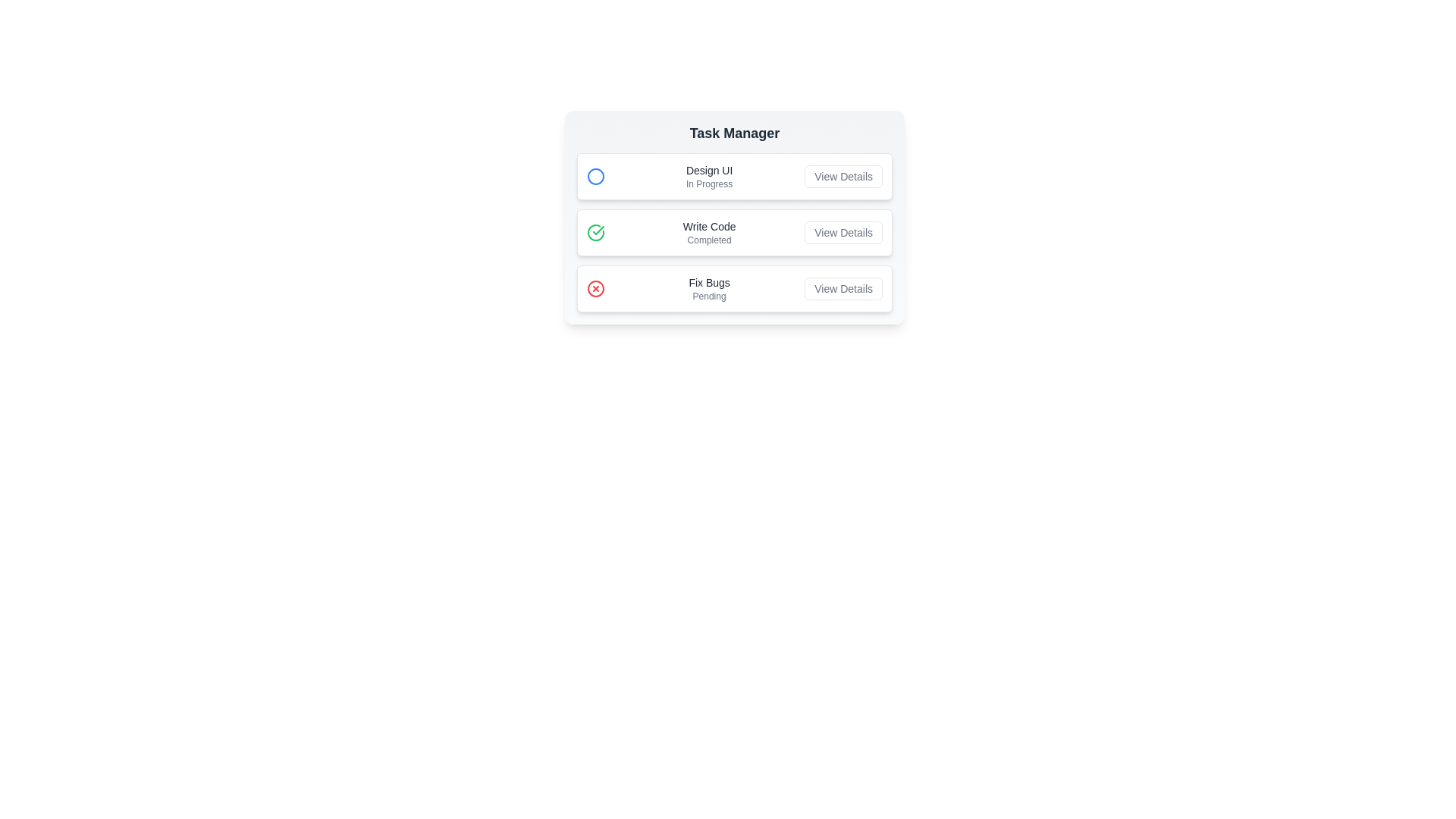  Describe the element at coordinates (843, 175) in the screenshot. I see `the 'View Details' button for the task 'Design UI'` at that location.